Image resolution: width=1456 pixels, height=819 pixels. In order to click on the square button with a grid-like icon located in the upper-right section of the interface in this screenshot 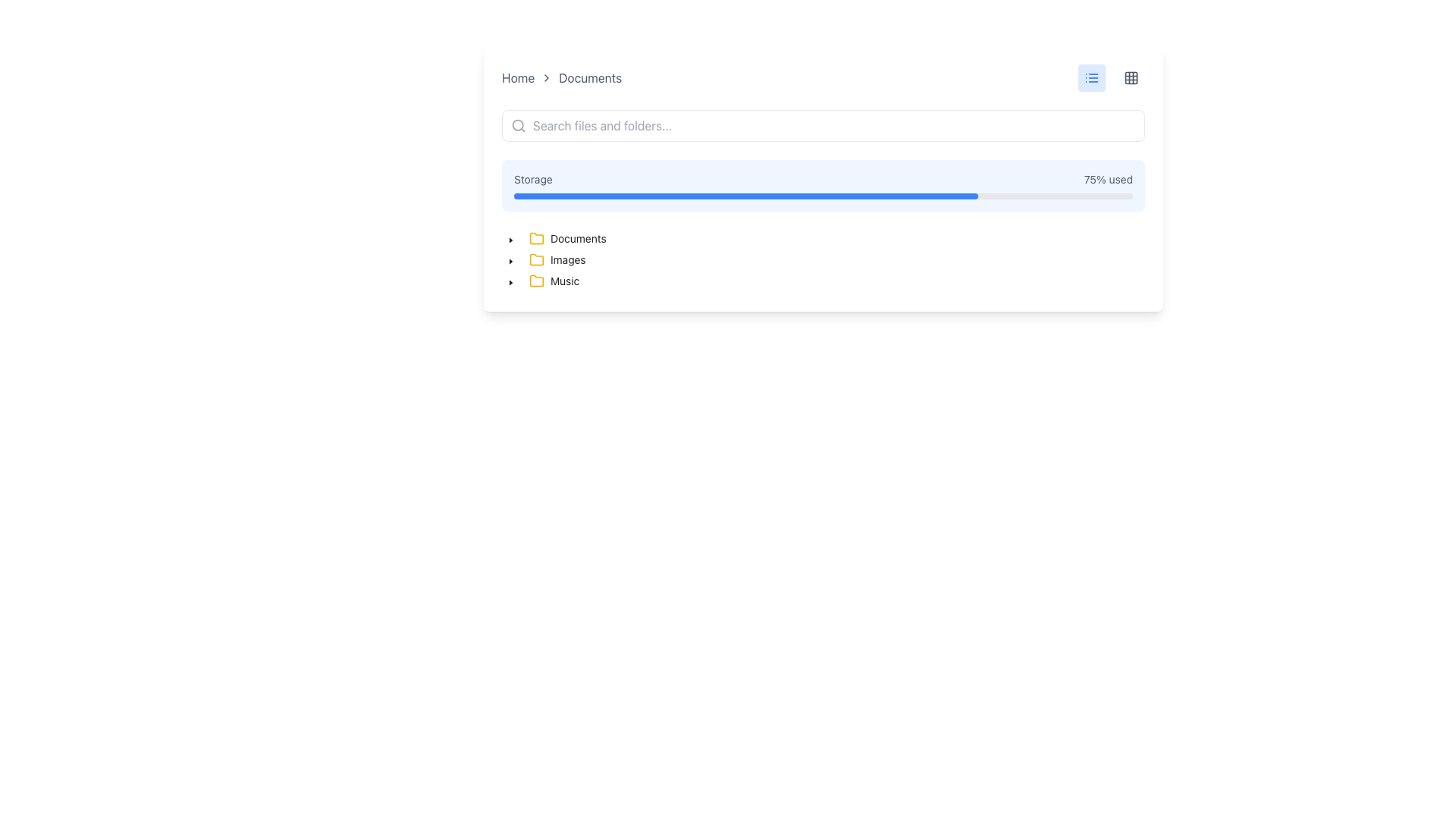, I will do `click(1131, 78)`.